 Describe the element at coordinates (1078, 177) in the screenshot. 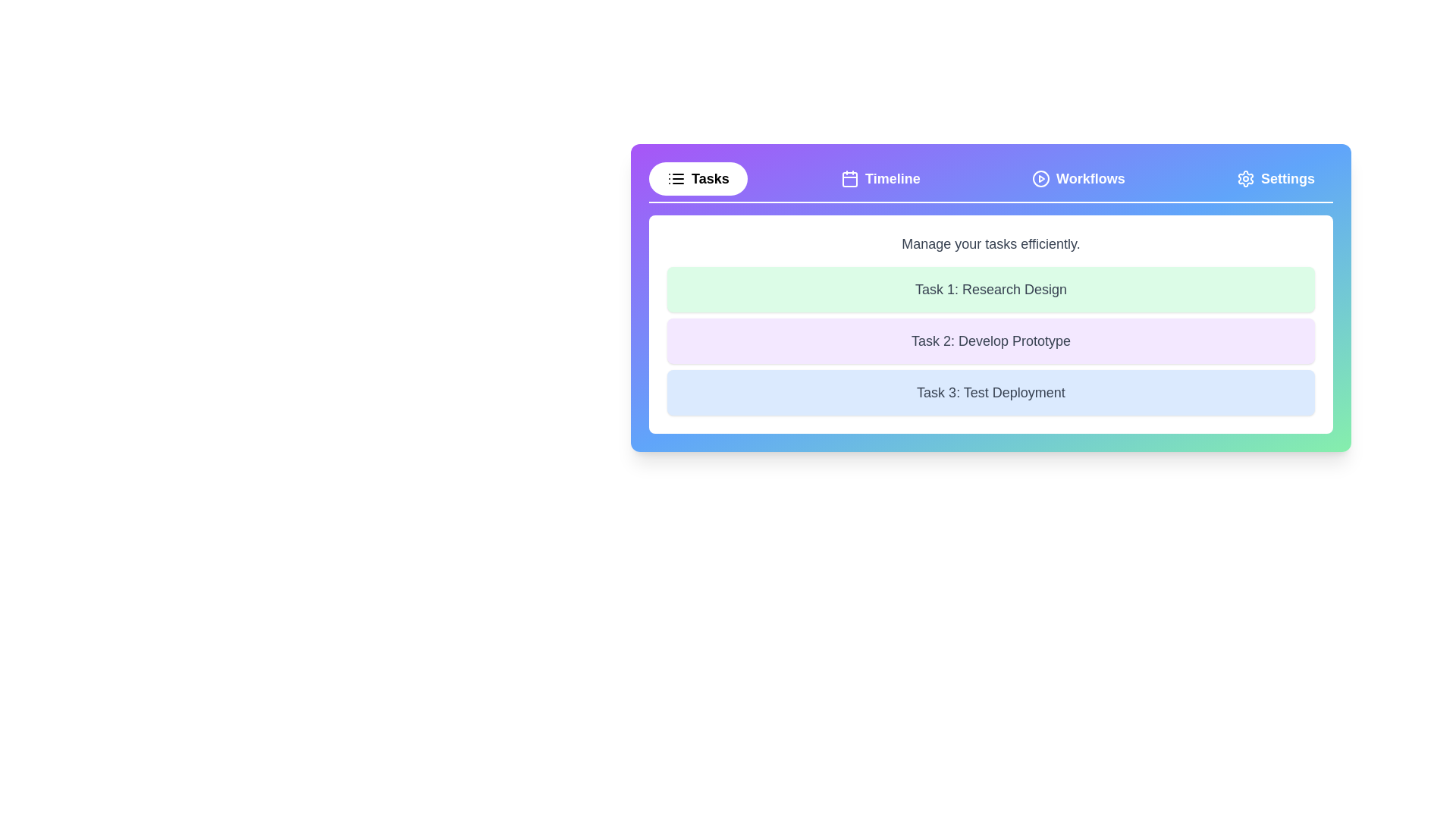

I see `the Workflows tab by clicking on the corresponding tab button` at that location.